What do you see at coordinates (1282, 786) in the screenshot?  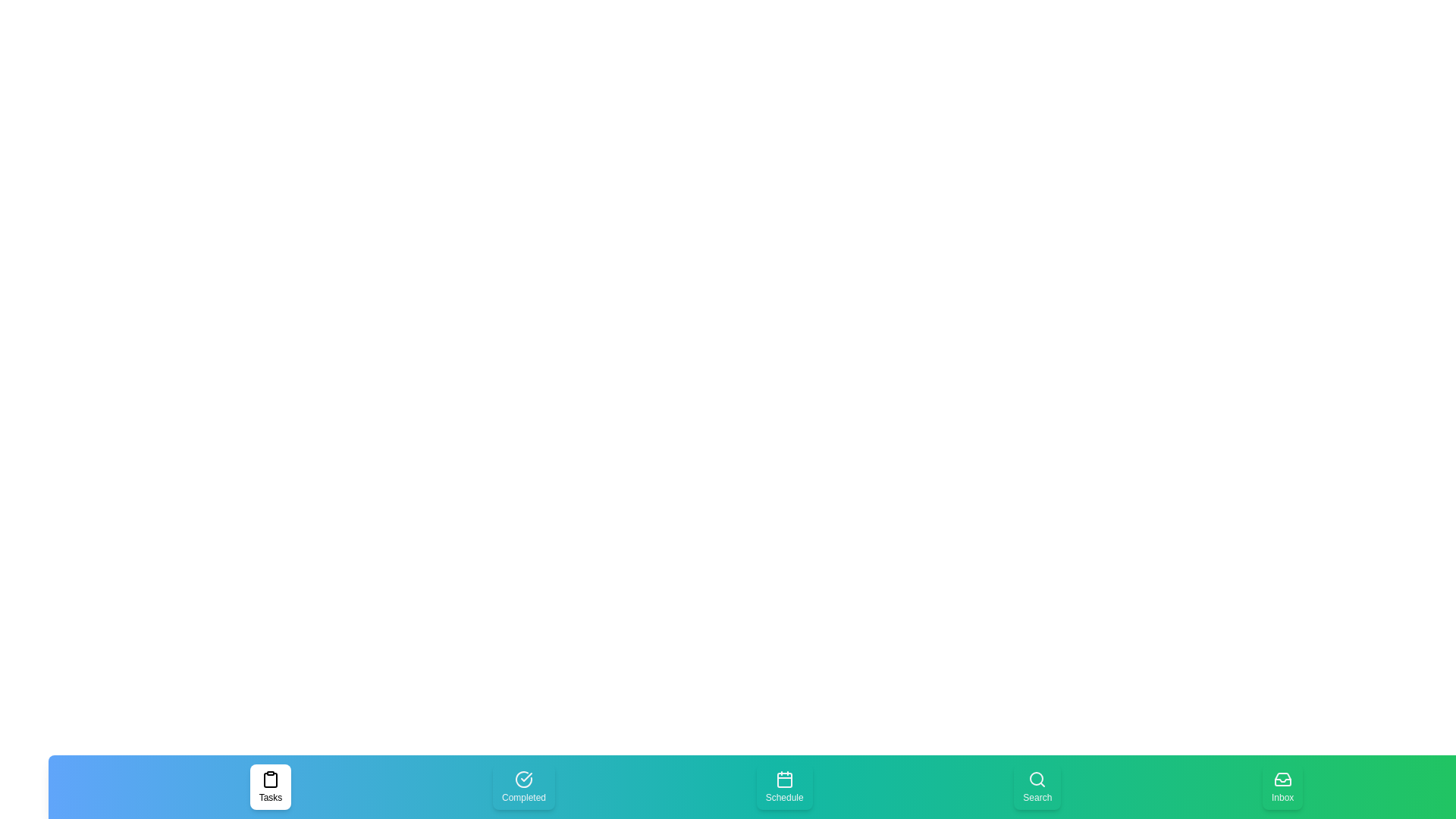 I see `the icon of the Inbox tab to observe its visual response` at bounding box center [1282, 786].